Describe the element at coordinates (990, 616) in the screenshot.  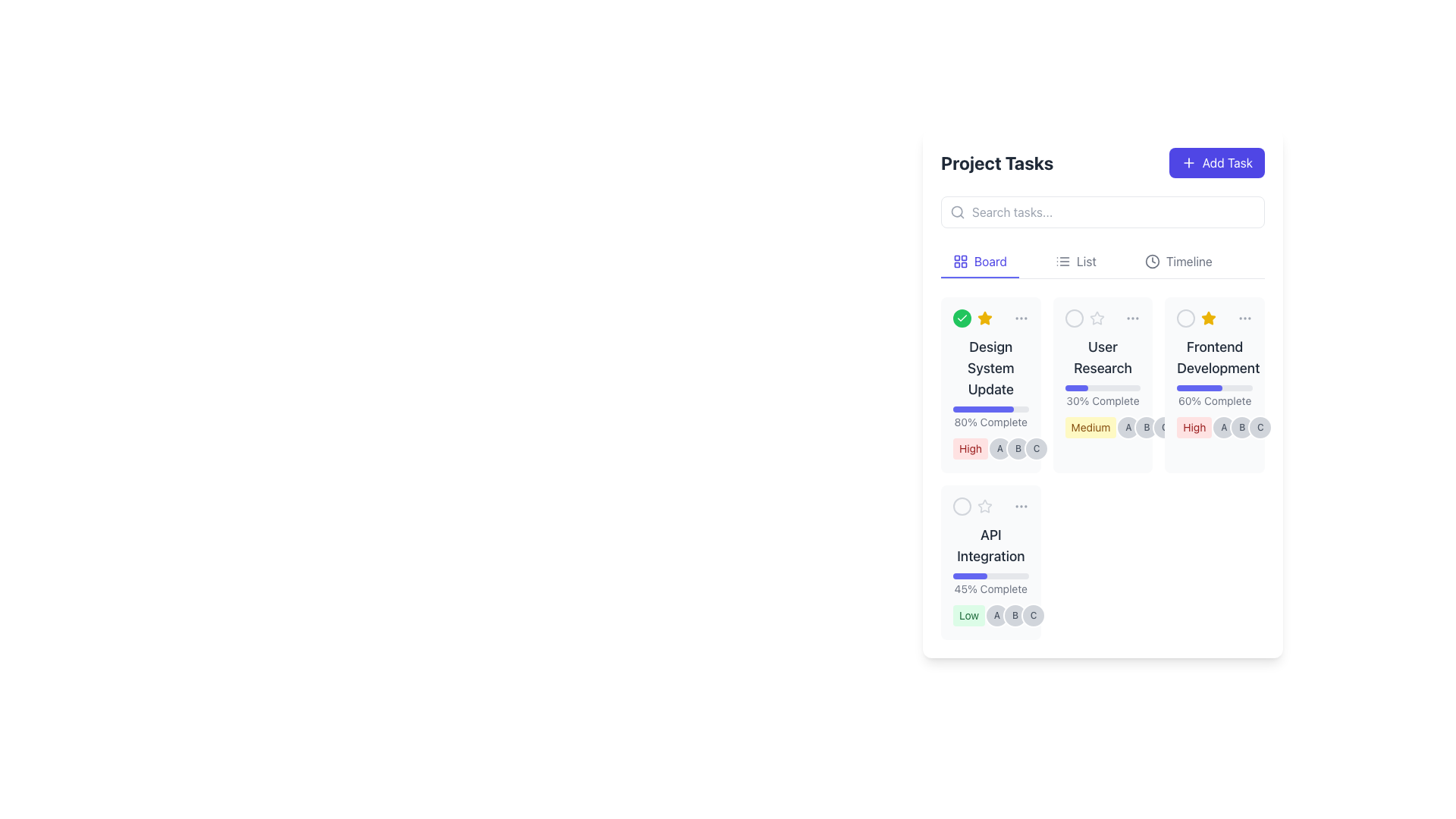
I see `the first circular Tag or Icon Button located immediately to the right of the 'Low' label` at that location.